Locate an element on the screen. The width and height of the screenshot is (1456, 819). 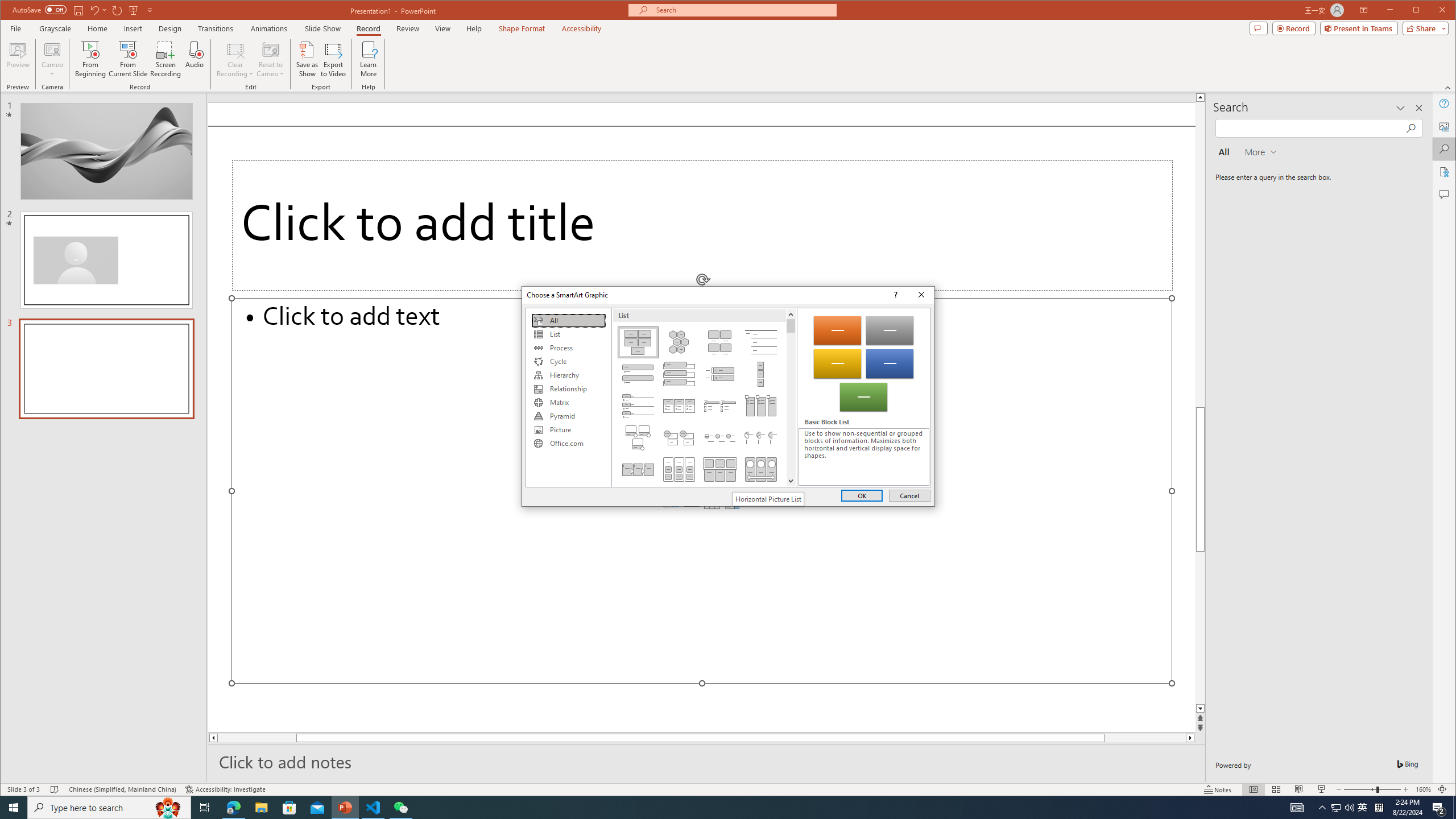
'Square Accent List' is located at coordinates (719, 405).